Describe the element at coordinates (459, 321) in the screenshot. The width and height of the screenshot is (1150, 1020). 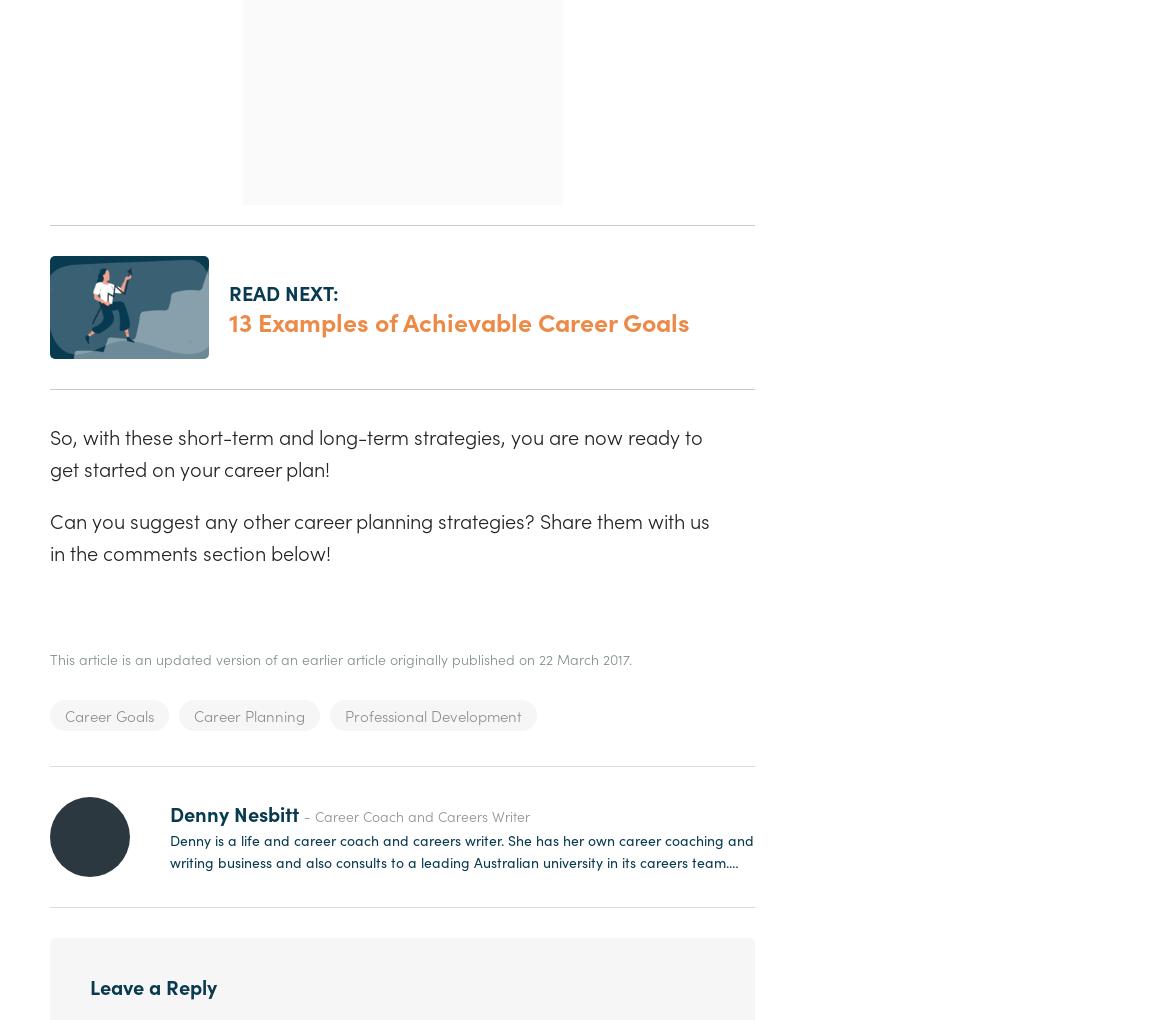
I see `'13 Examples of Achievable Career Goals'` at that location.